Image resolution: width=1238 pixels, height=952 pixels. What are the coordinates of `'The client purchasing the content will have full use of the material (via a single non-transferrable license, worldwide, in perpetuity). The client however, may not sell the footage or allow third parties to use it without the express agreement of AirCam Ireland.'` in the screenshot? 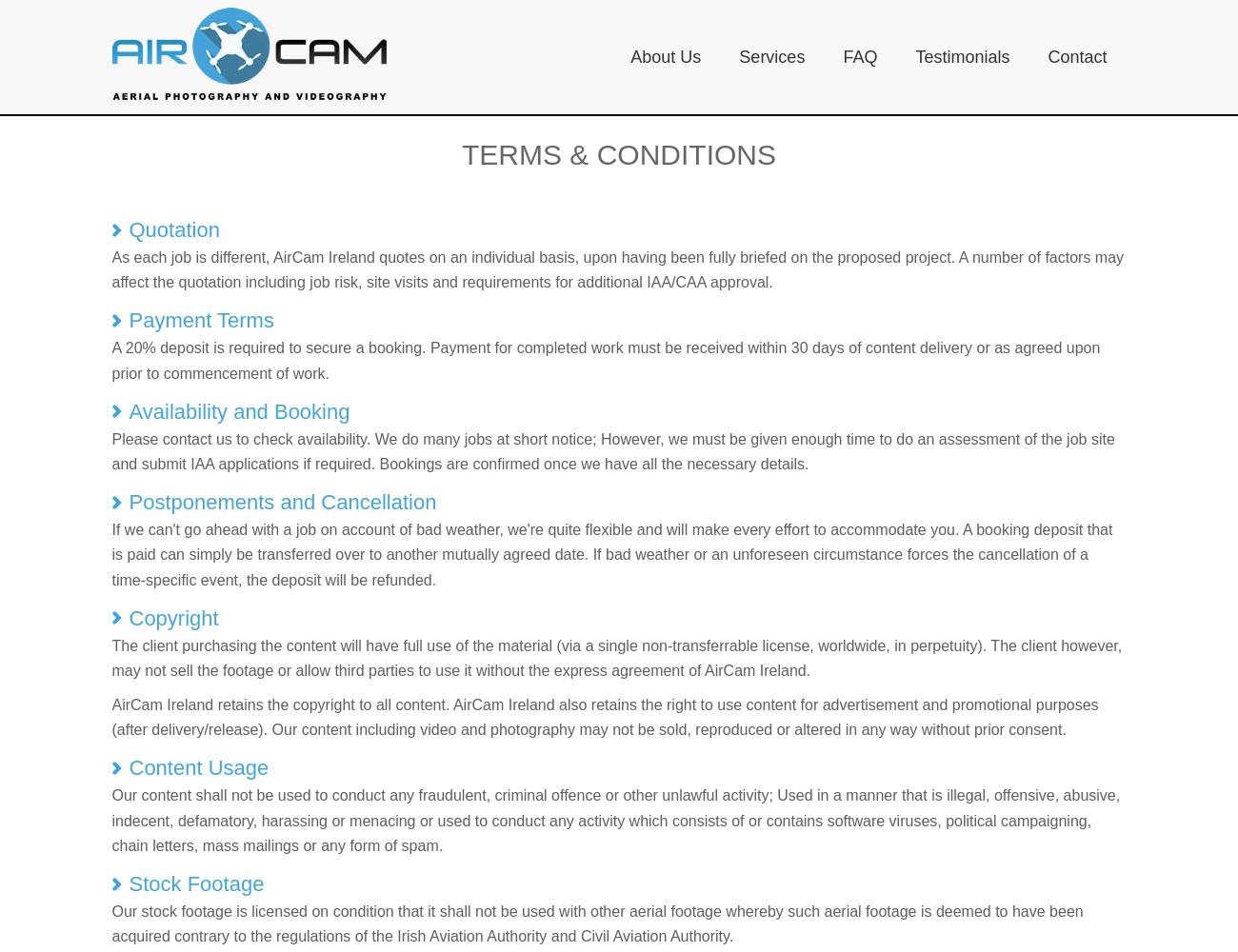 It's located at (616, 656).